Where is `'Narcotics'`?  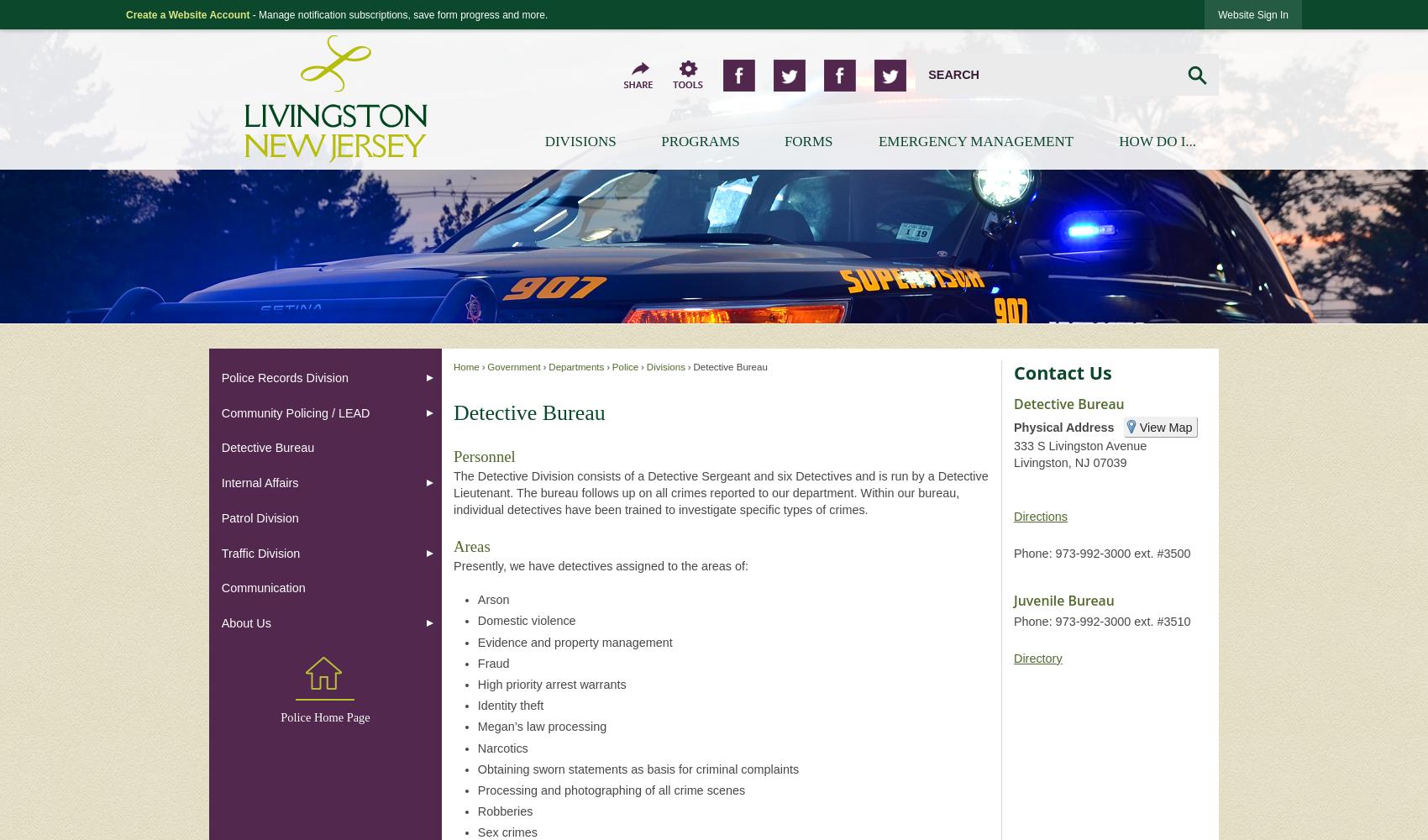 'Narcotics' is located at coordinates (475, 748).